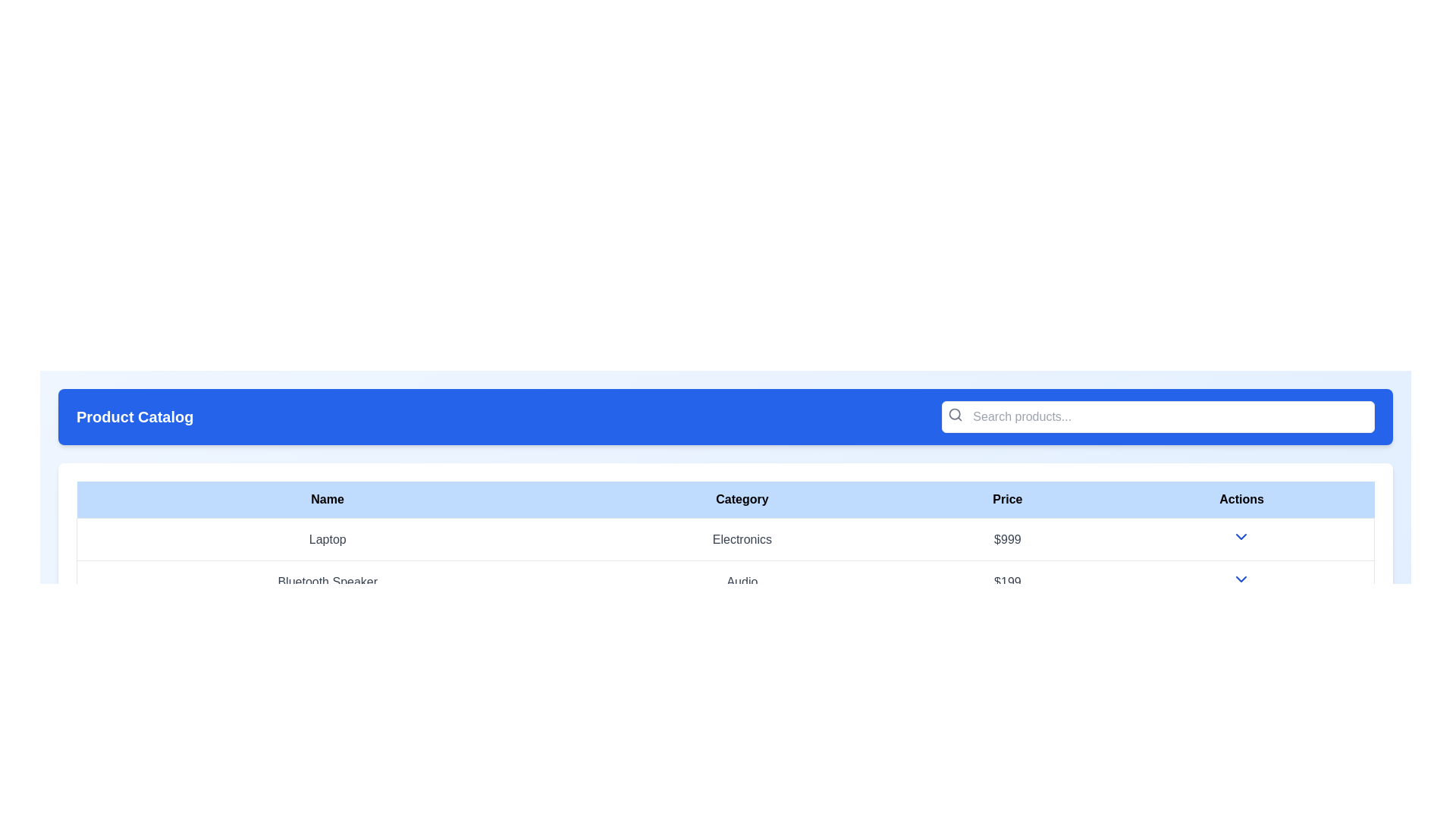 Image resolution: width=1456 pixels, height=819 pixels. What do you see at coordinates (954, 415) in the screenshot?
I see `the gray magnifying glass icon located near the left edge of the 'Search products...' input box` at bounding box center [954, 415].